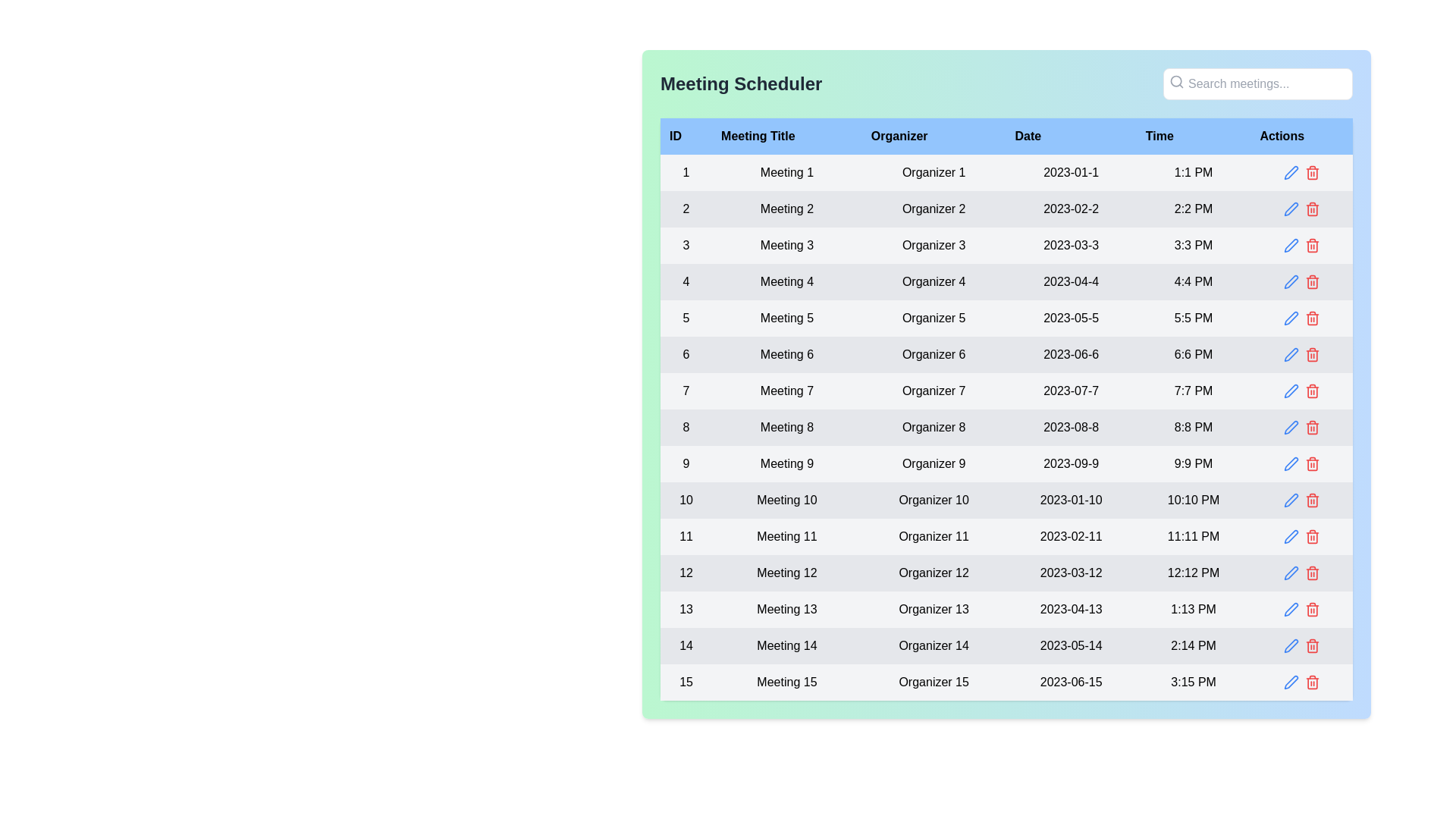 Image resolution: width=1456 pixels, height=819 pixels. Describe the element at coordinates (686, 245) in the screenshot. I see `the text element displaying the numeral '3' in the table under the 'ID' column, which is the first item in its row` at that location.